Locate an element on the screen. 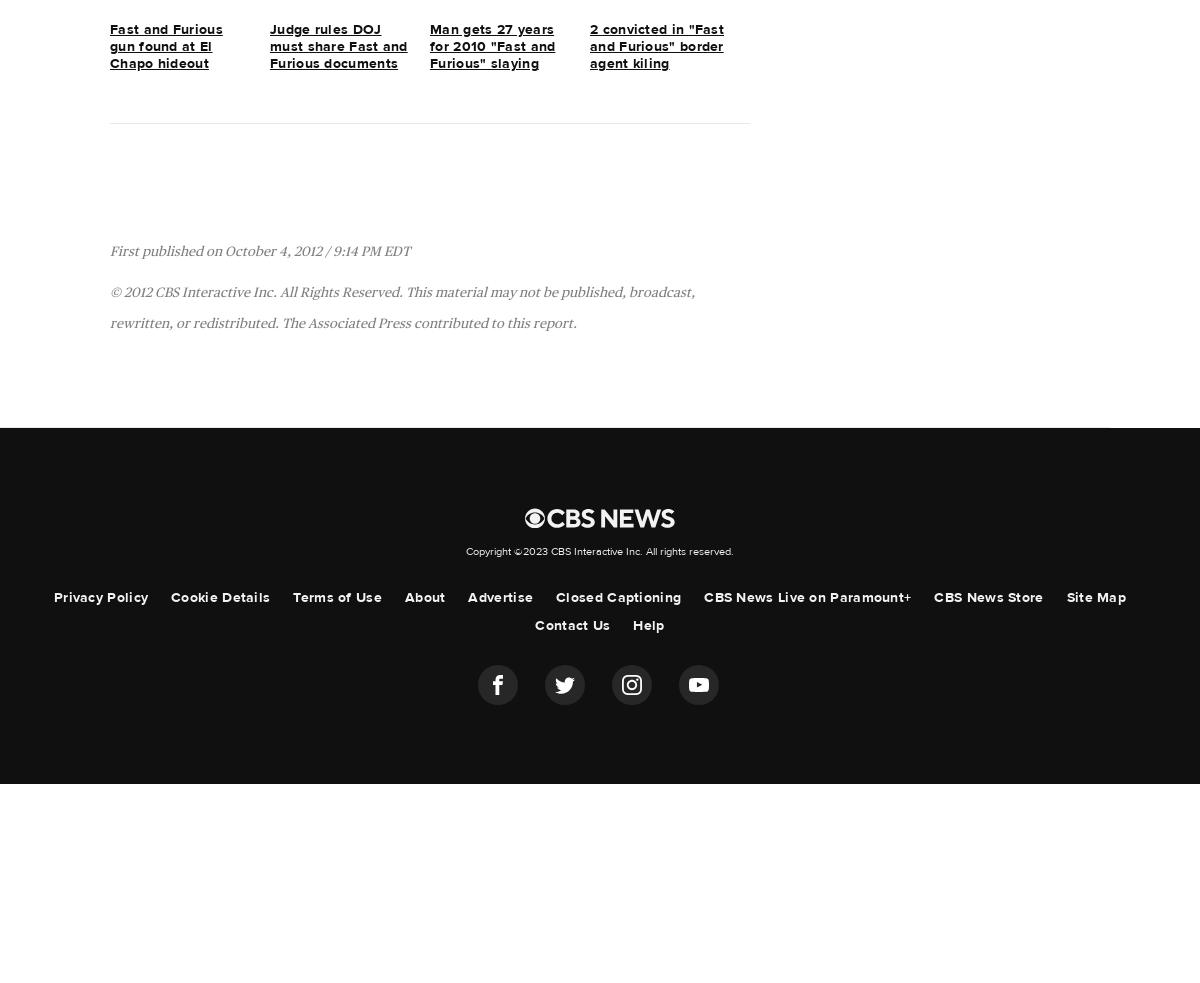 Image resolution: width=1200 pixels, height=983 pixels. 'Cookie Details' is located at coordinates (169, 597).